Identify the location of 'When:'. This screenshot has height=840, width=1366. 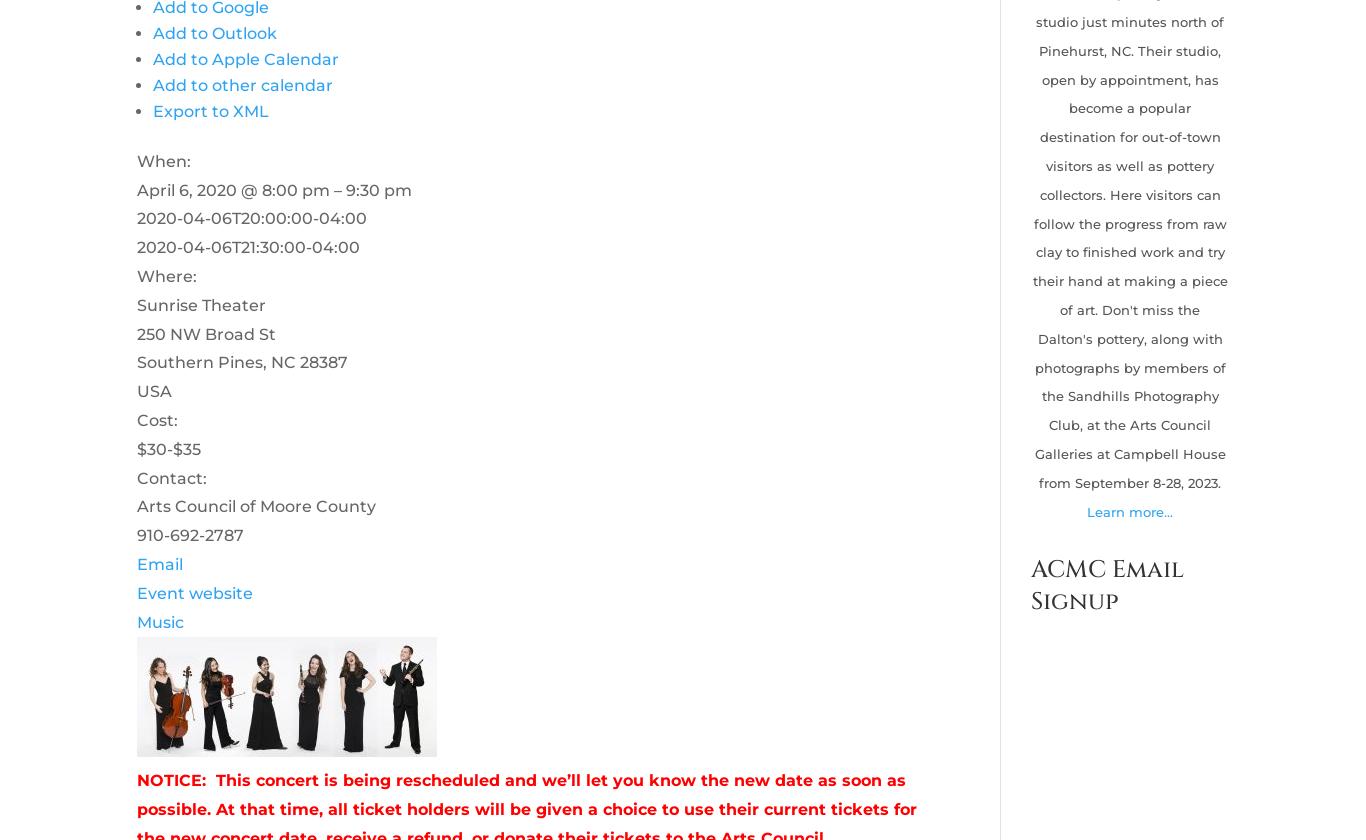
(161, 160).